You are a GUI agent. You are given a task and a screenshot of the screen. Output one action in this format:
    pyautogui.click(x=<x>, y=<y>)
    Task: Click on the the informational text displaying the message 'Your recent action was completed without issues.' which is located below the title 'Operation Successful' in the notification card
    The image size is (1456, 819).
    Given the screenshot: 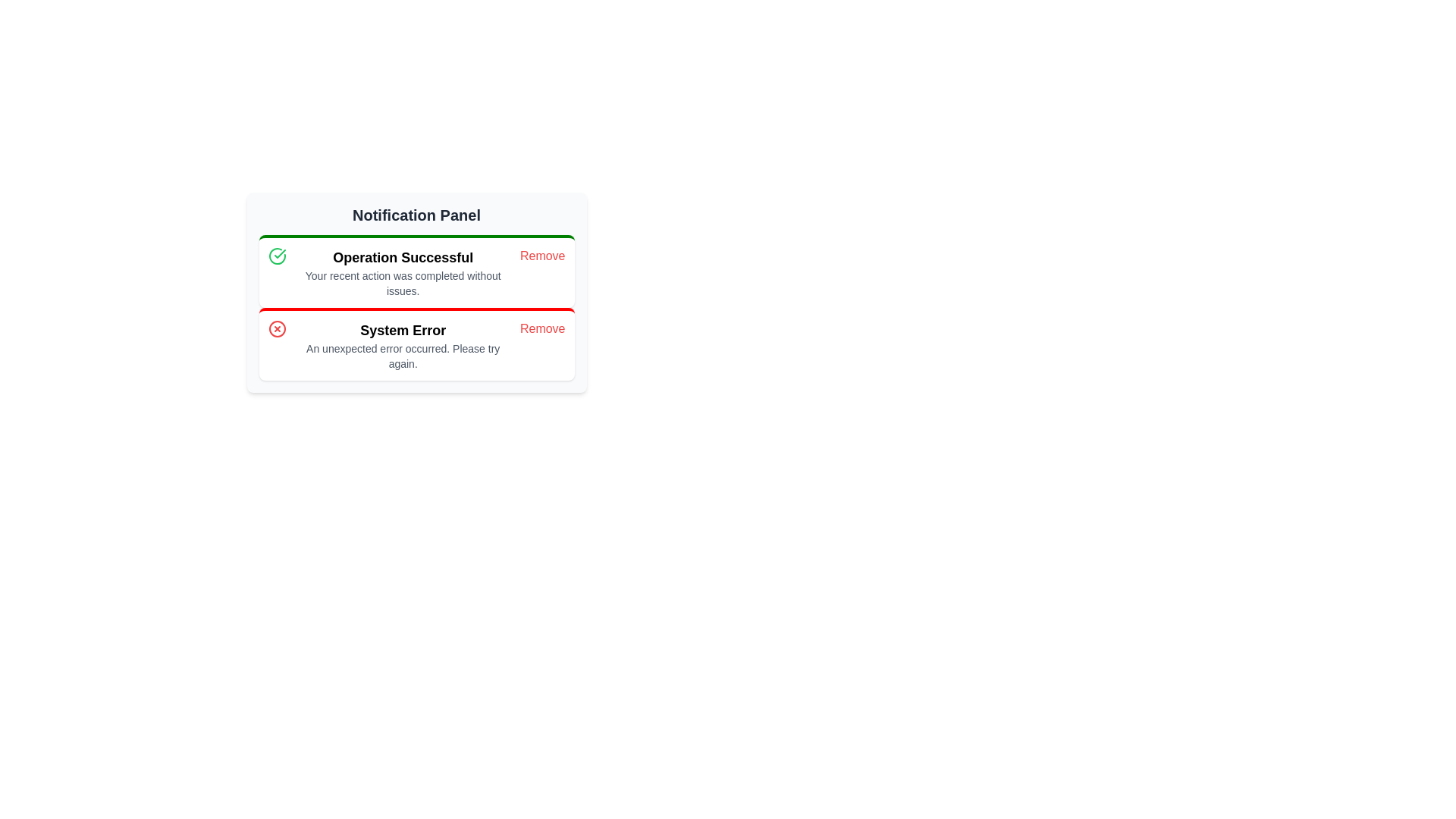 What is the action you would take?
    pyautogui.click(x=403, y=284)
    